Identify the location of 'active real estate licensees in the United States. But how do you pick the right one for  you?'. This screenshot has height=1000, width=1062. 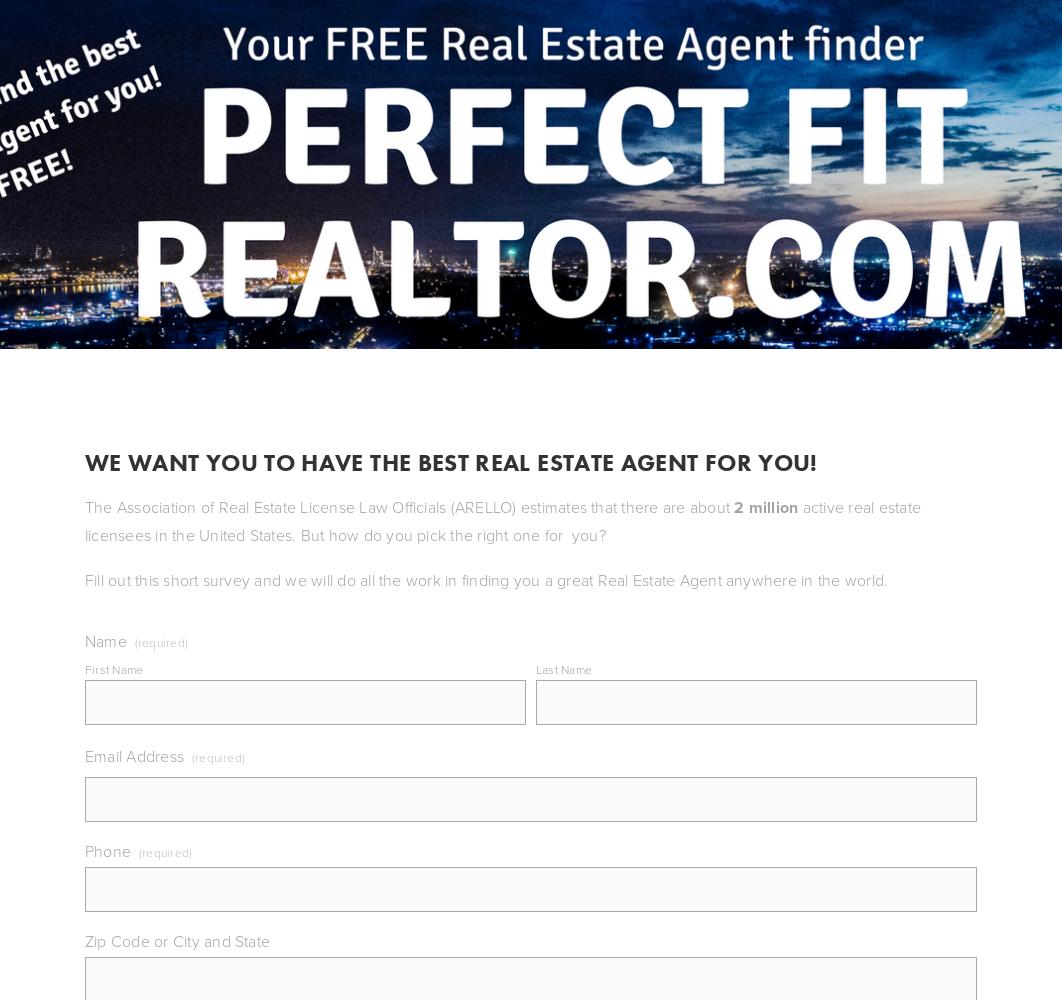
(501, 521).